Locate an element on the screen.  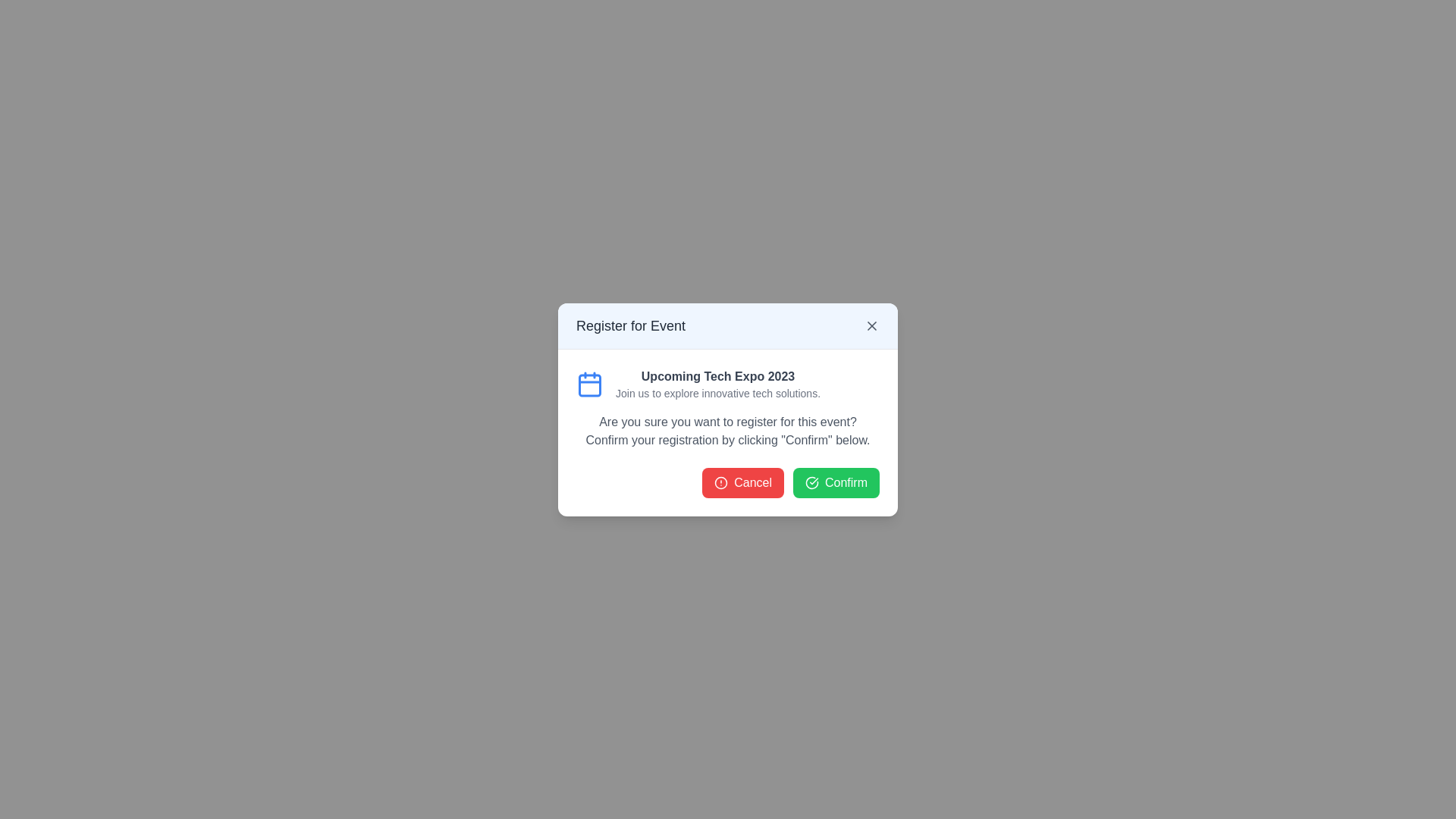
the rounded rectangle within the calendar icon located near the top left of the modal dialog box, which is styled in blue and white colors is located at coordinates (588, 384).